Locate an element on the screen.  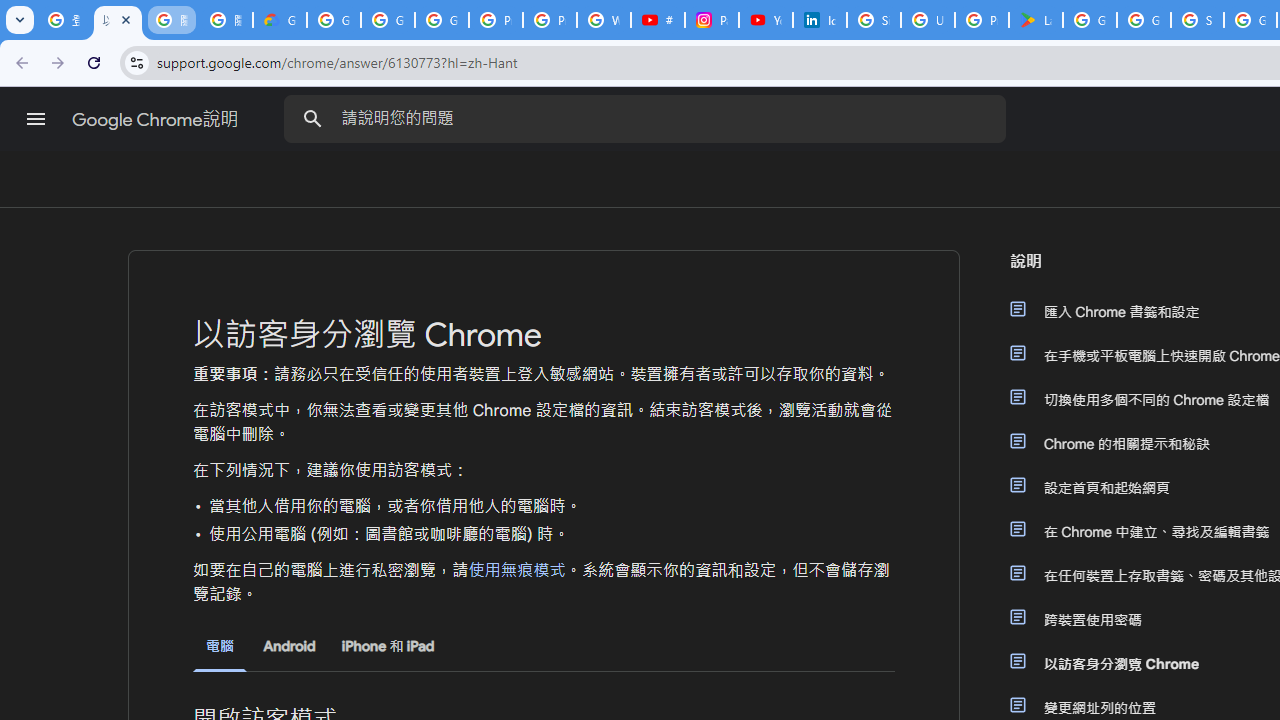
'Google Workspace - Specific Terms' is located at coordinates (1144, 20).